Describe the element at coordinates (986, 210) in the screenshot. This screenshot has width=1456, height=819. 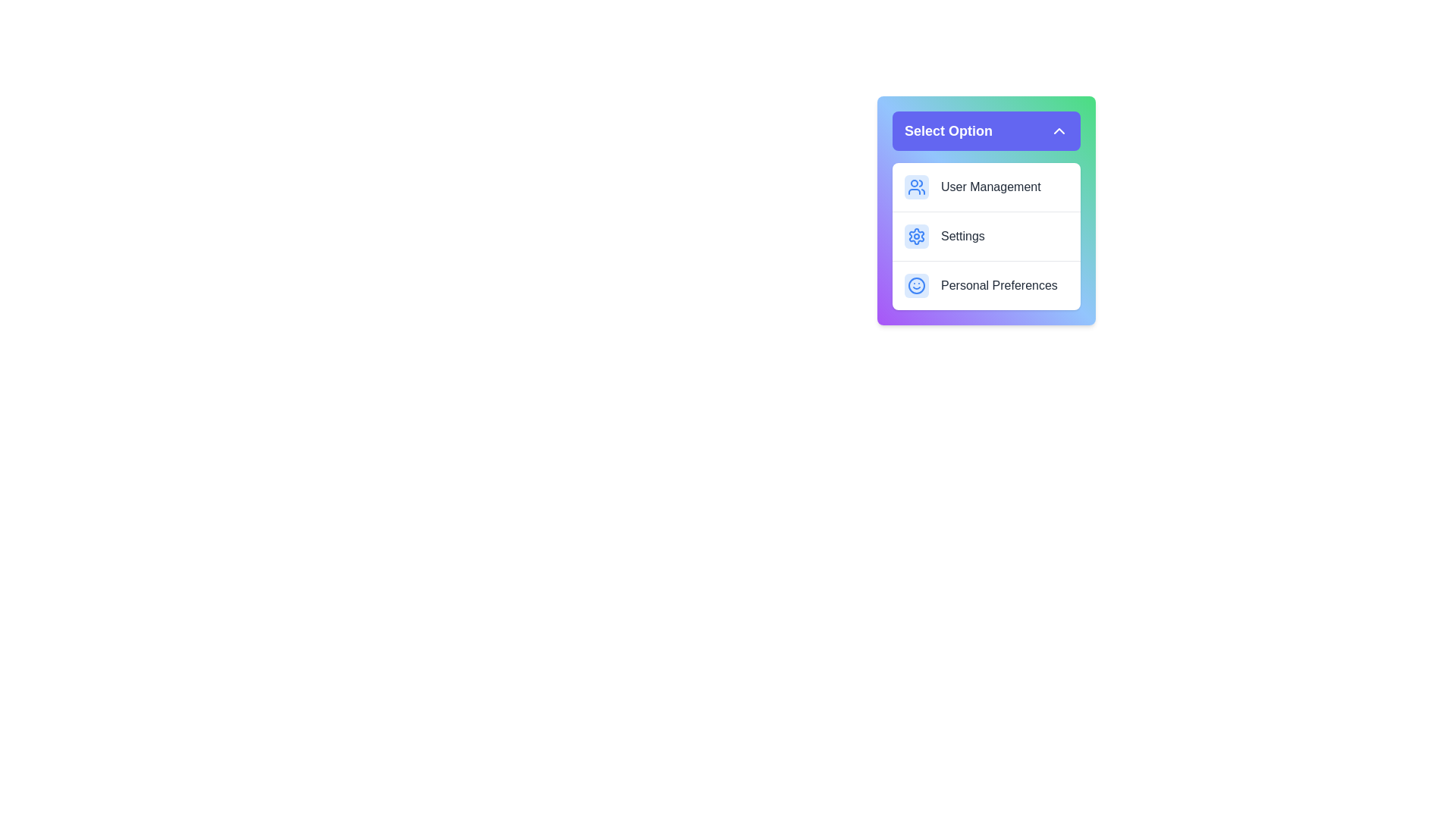
I see `the 'Settings' option in the dropdown menu` at that location.